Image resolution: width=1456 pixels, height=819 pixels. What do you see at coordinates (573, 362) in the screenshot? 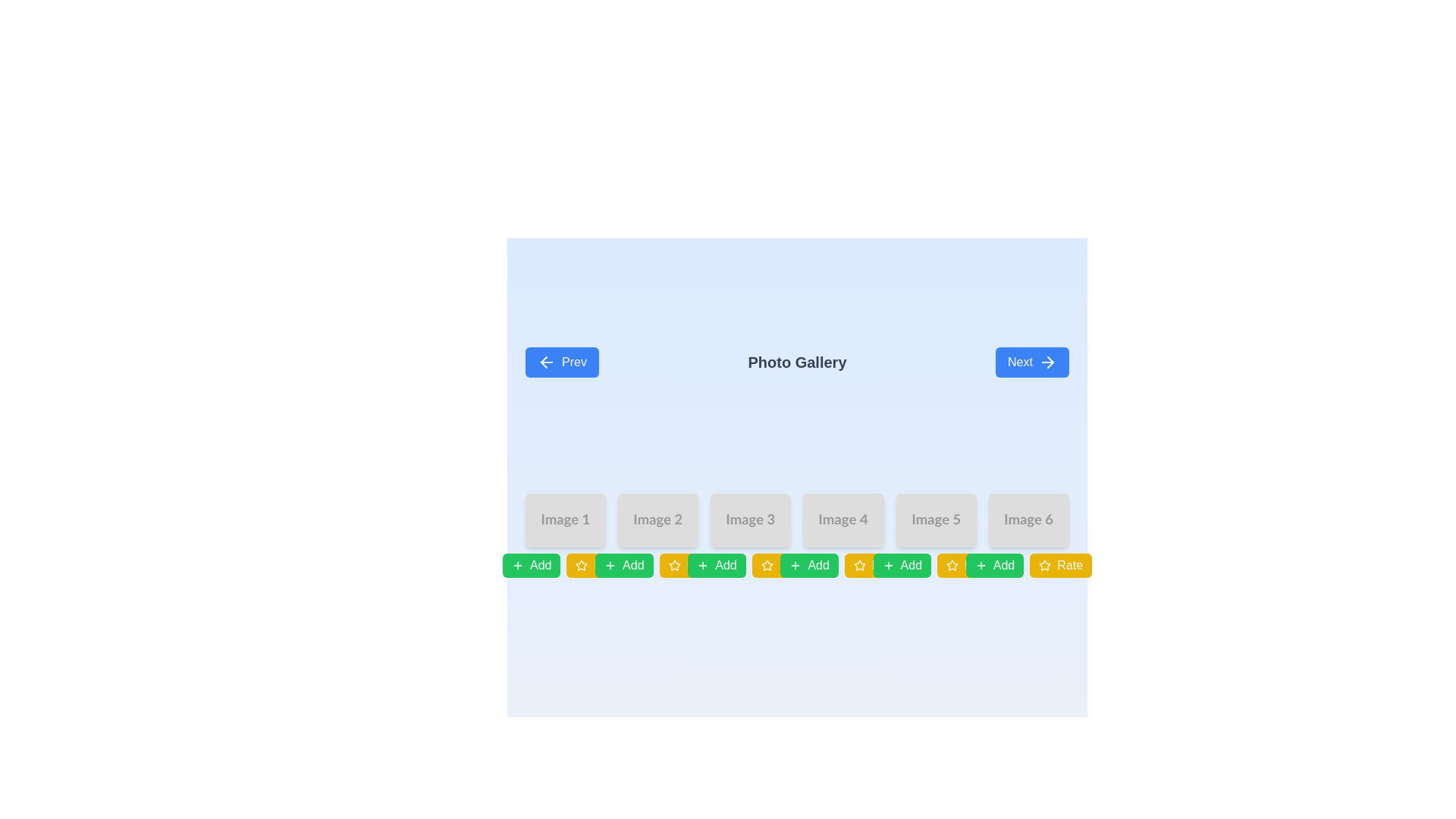
I see `the navigational button associated with the text label indicating the previous page, located in the top-left section of the interface` at bounding box center [573, 362].